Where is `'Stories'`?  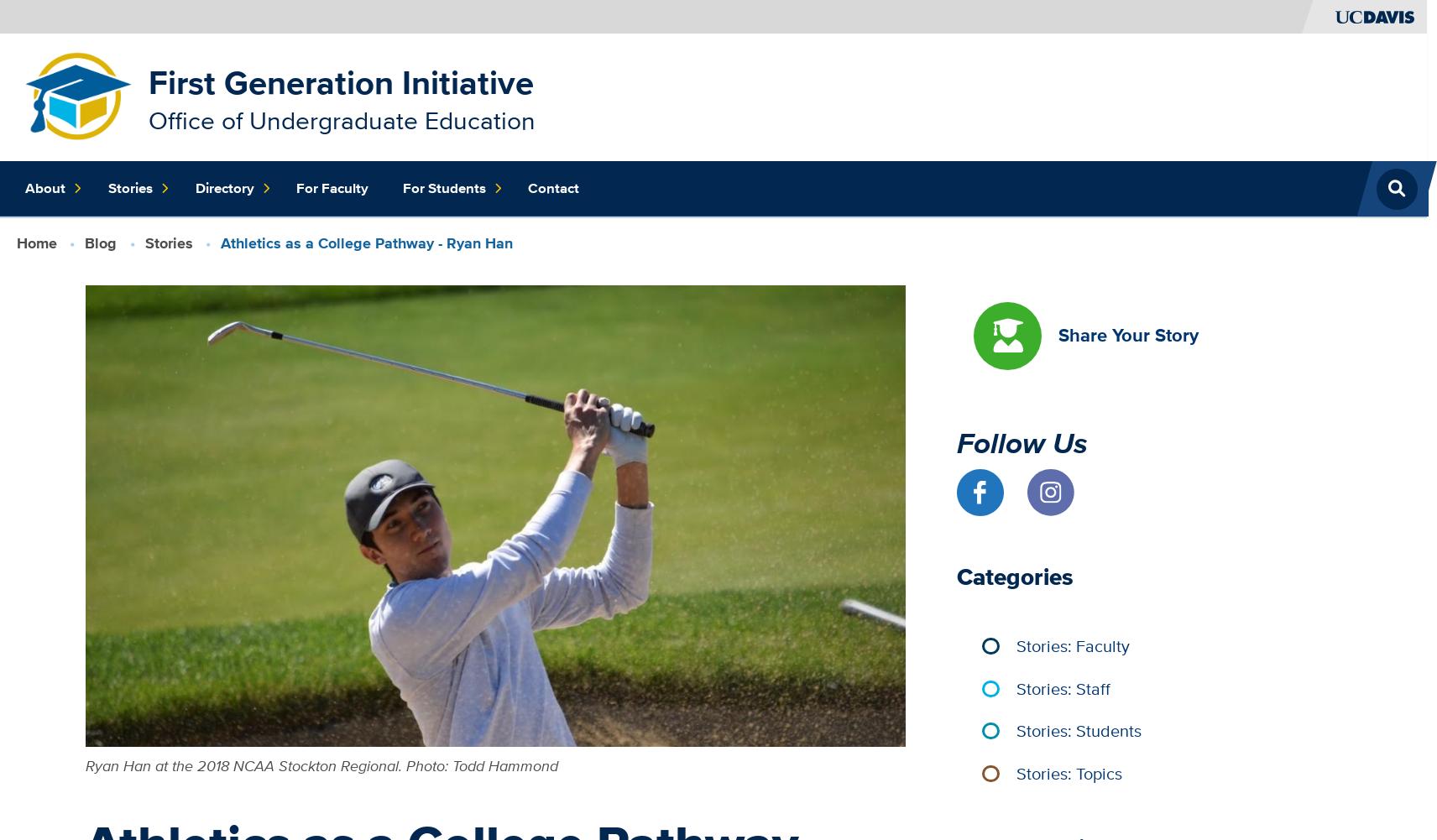 'Stories' is located at coordinates (167, 242).